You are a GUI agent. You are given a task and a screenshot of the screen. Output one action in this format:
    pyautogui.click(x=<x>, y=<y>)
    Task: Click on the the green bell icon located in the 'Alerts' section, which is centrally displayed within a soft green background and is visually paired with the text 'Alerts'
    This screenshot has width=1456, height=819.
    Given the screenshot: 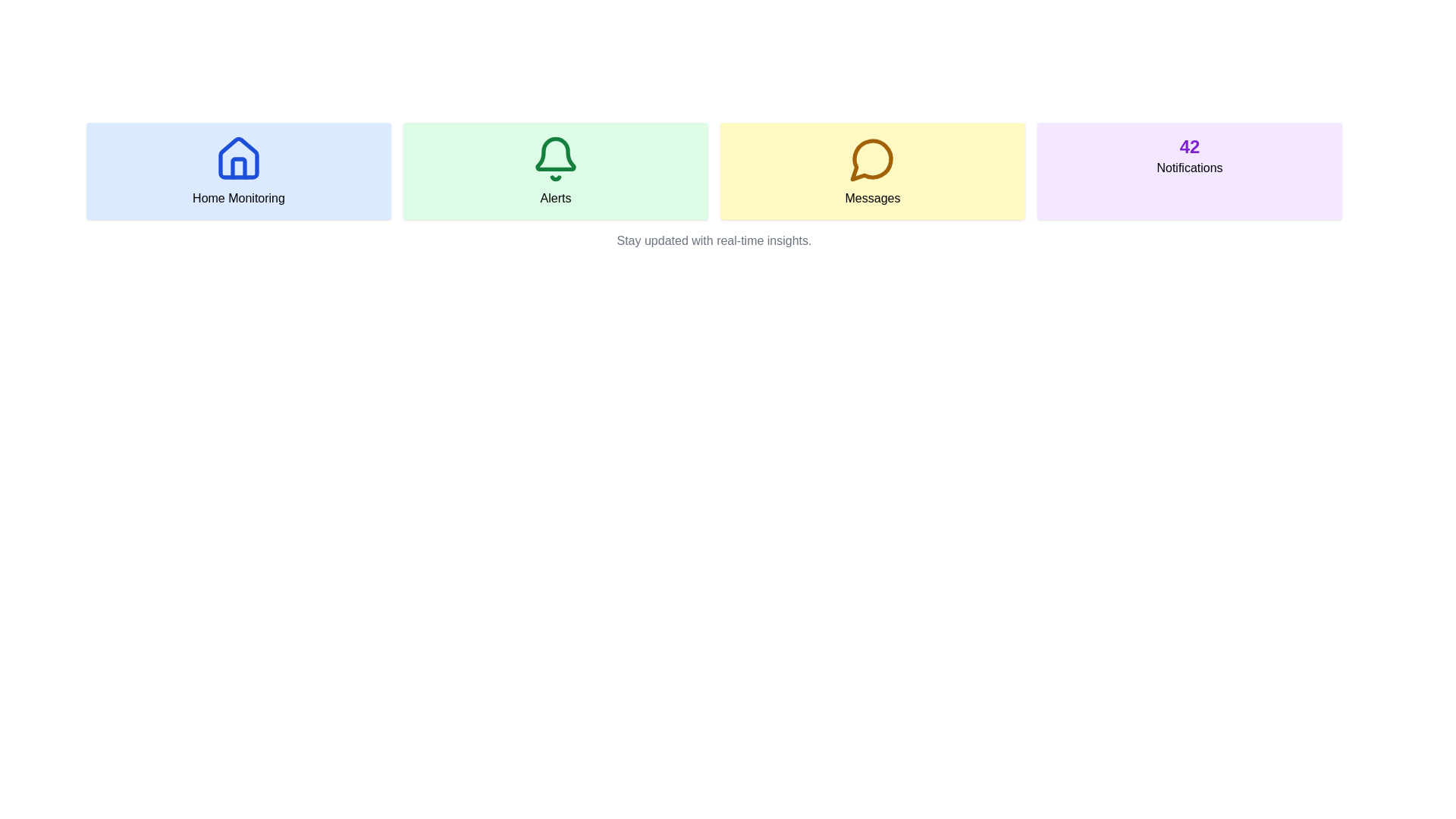 What is the action you would take?
    pyautogui.click(x=555, y=158)
    